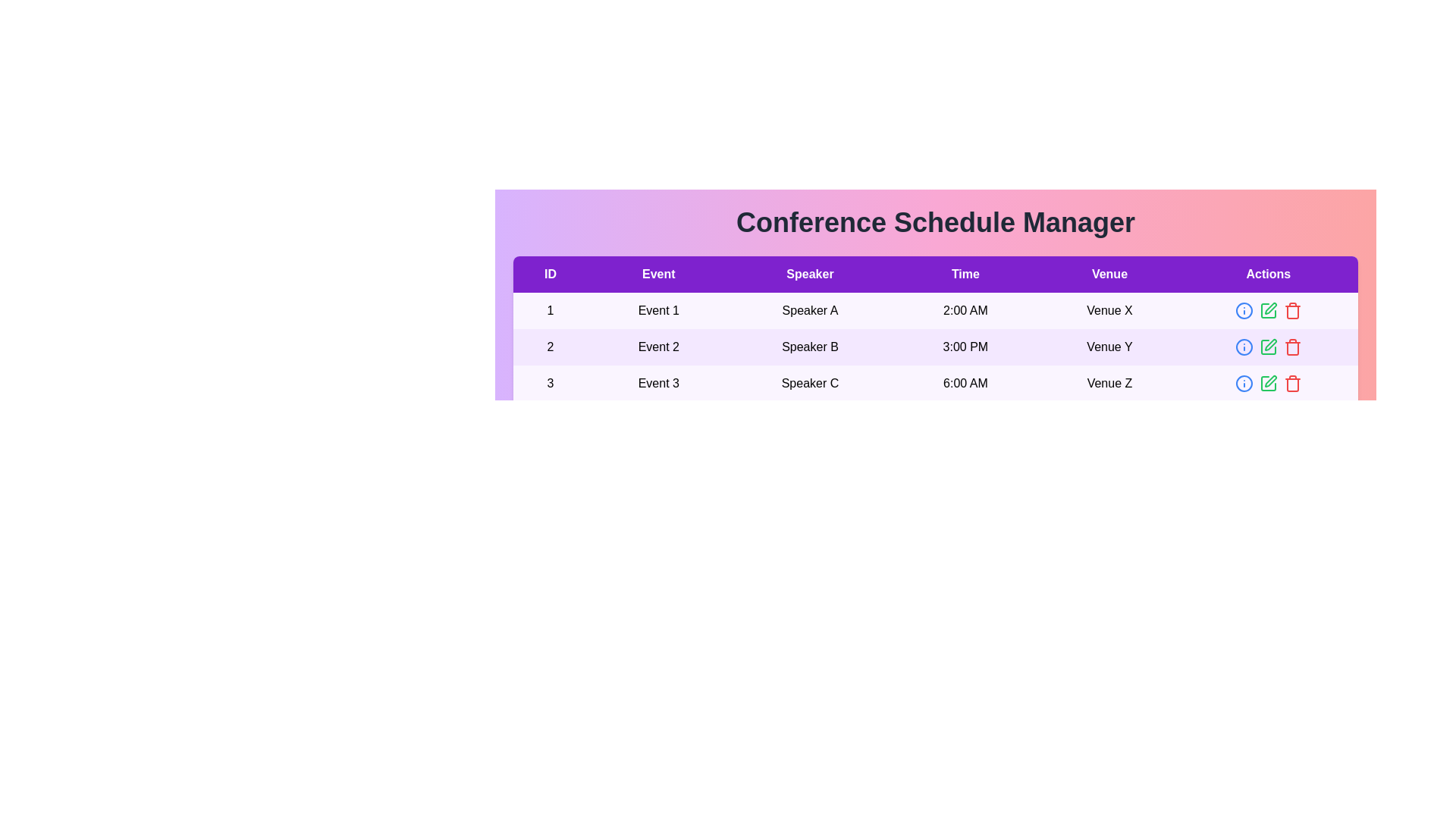 This screenshot has height=819, width=1456. What do you see at coordinates (934, 309) in the screenshot?
I see `the row corresponding to 1` at bounding box center [934, 309].